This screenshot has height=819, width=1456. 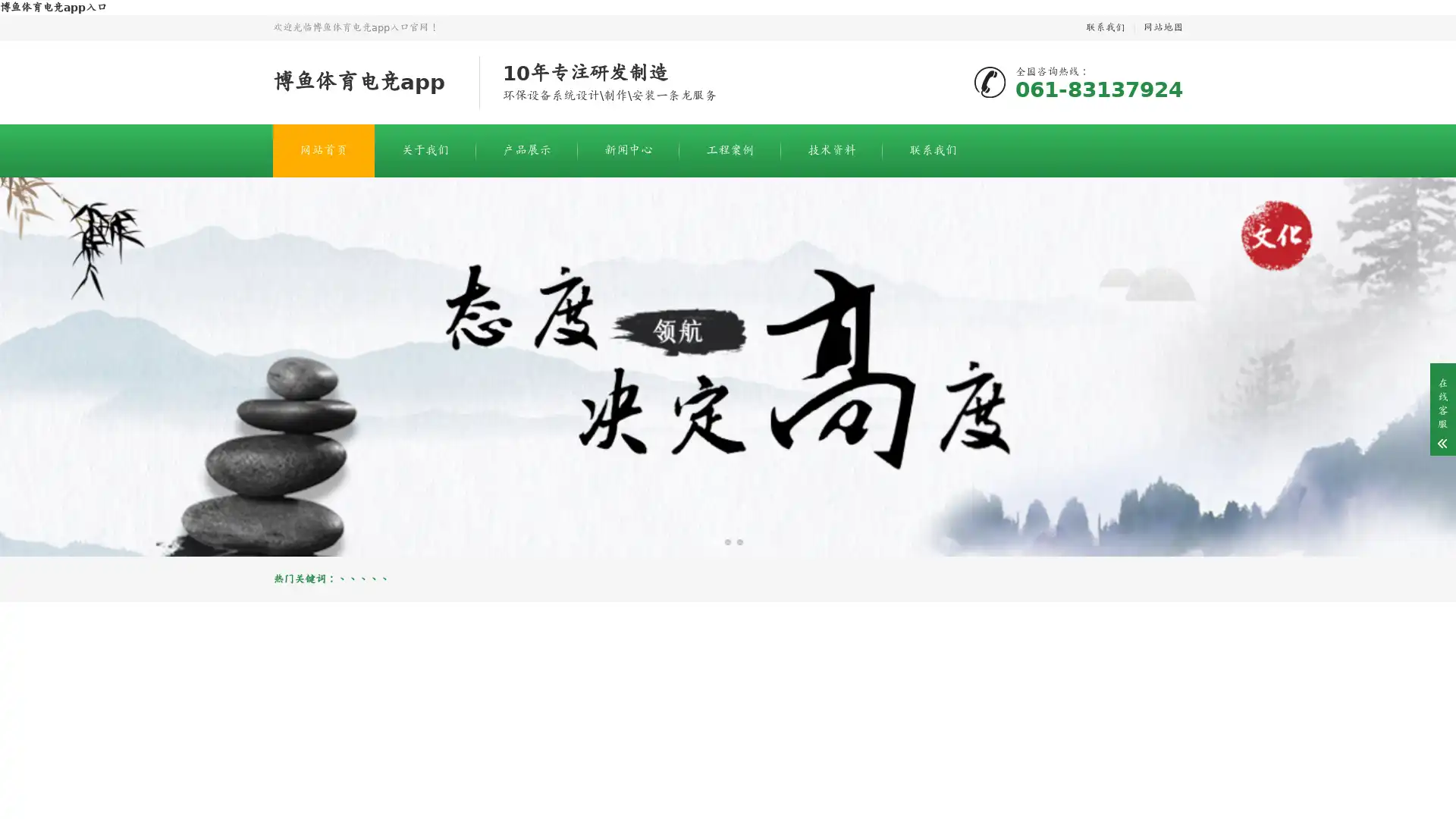 What do you see at coordinates (739, 541) in the screenshot?
I see `Go to slide 3` at bounding box center [739, 541].